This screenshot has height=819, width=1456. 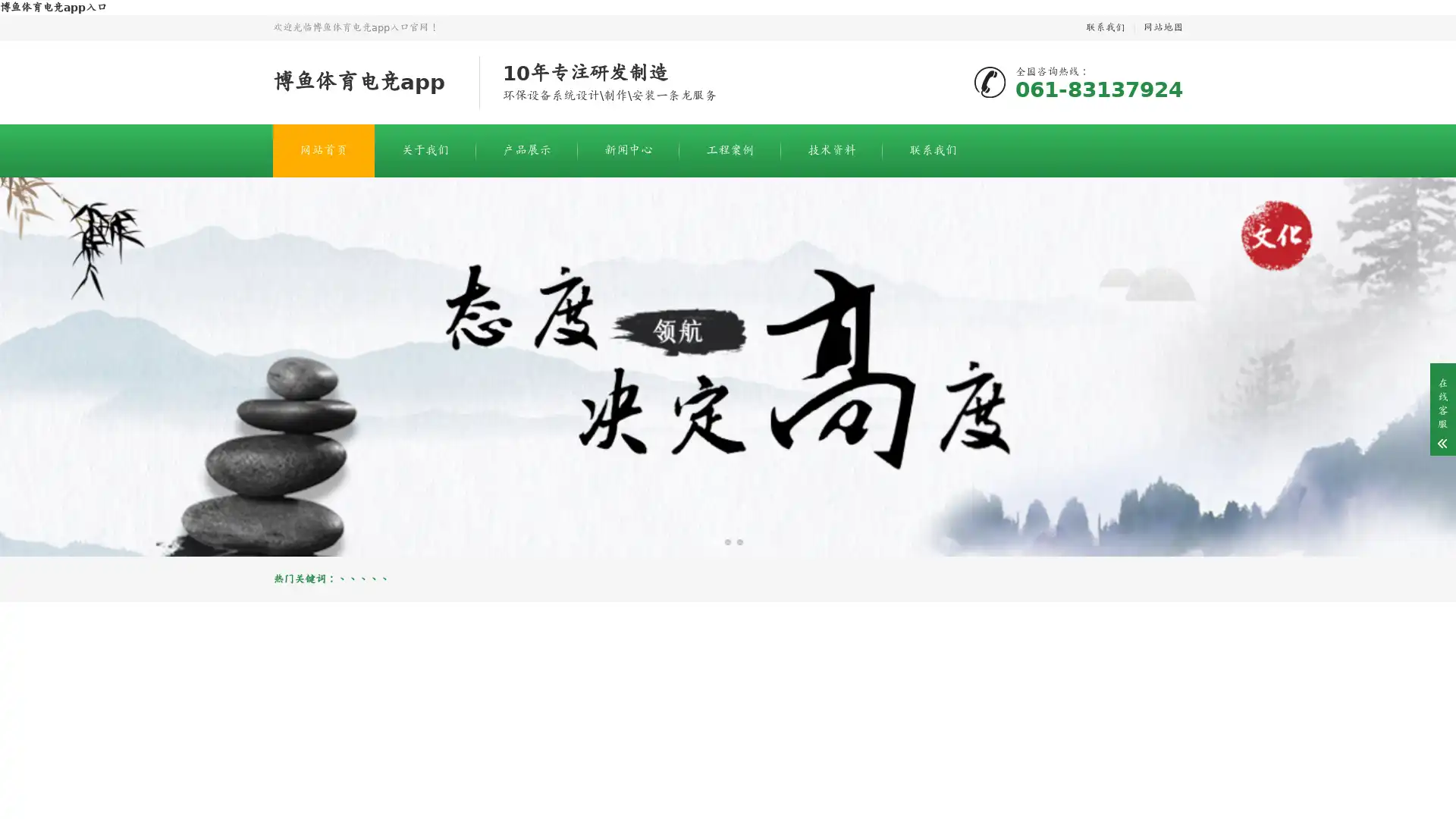 What do you see at coordinates (739, 541) in the screenshot?
I see `Go to slide 3` at bounding box center [739, 541].